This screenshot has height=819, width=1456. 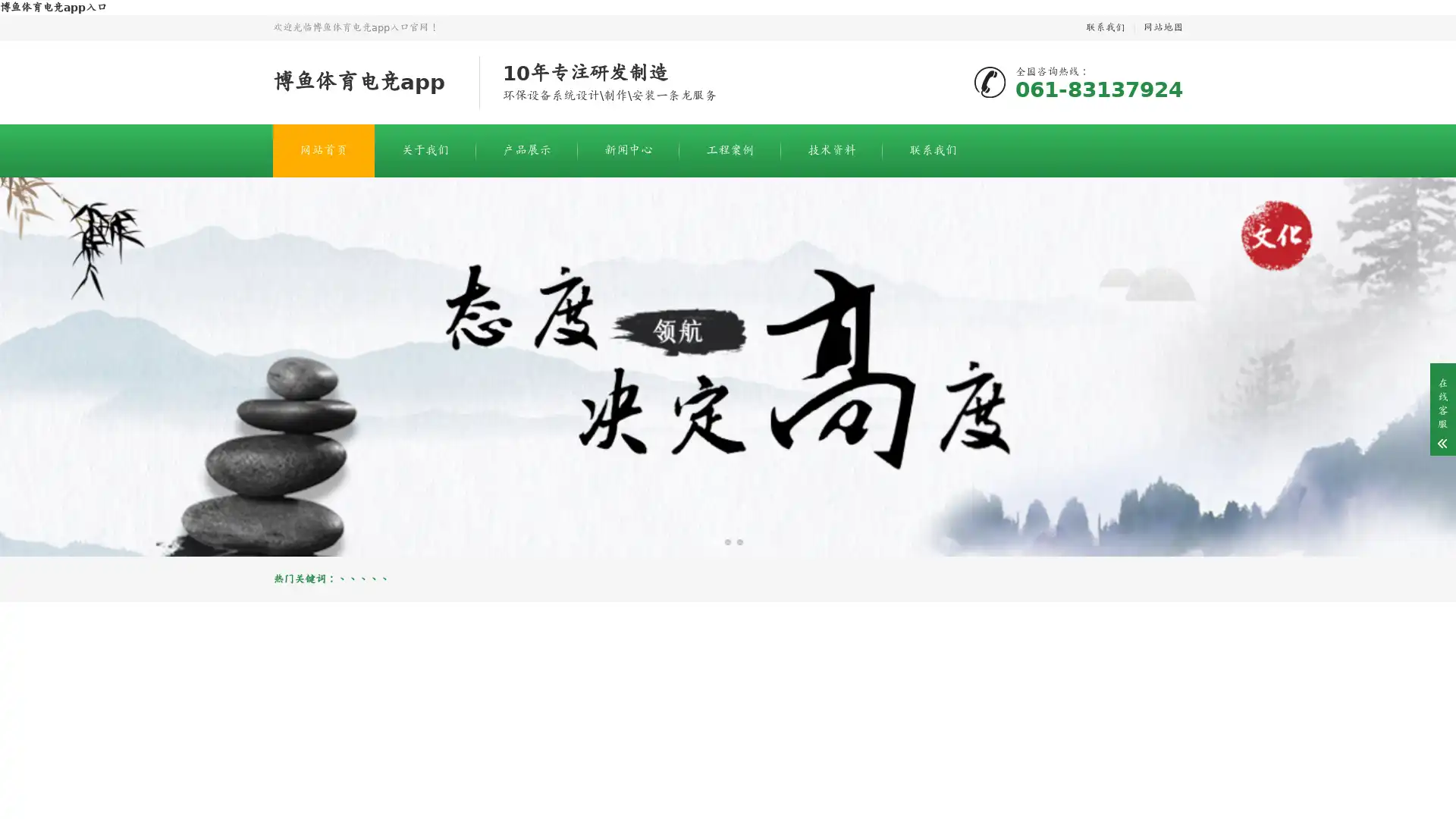 What do you see at coordinates (739, 541) in the screenshot?
I see `Go to slide 3` at bounding box center [739, 541].